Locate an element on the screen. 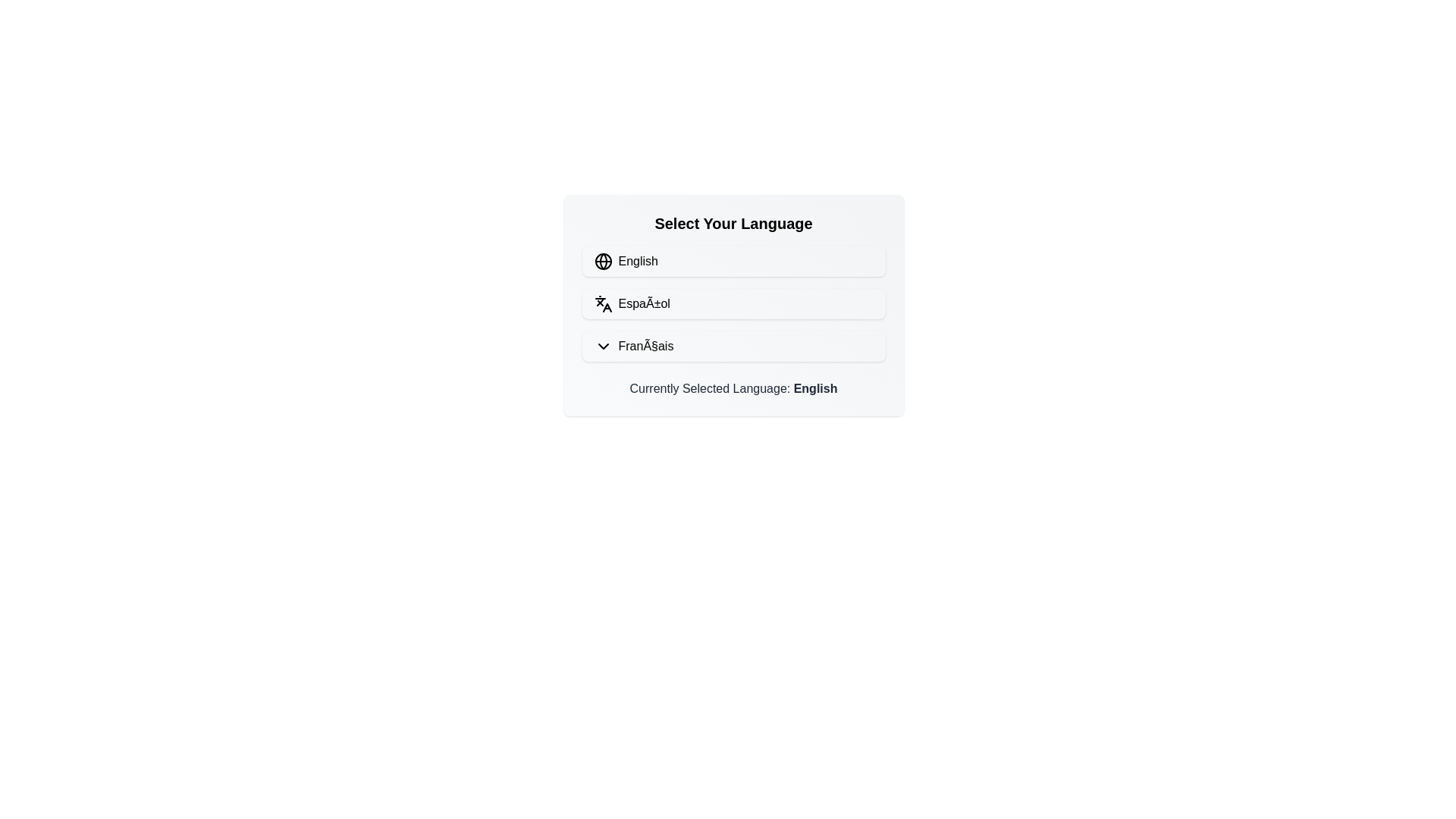 This screenshot has height=819, width=1456. the text label 'FranÃ§ais' in the language selection dropdown menu is located at coordinates (645, 346).